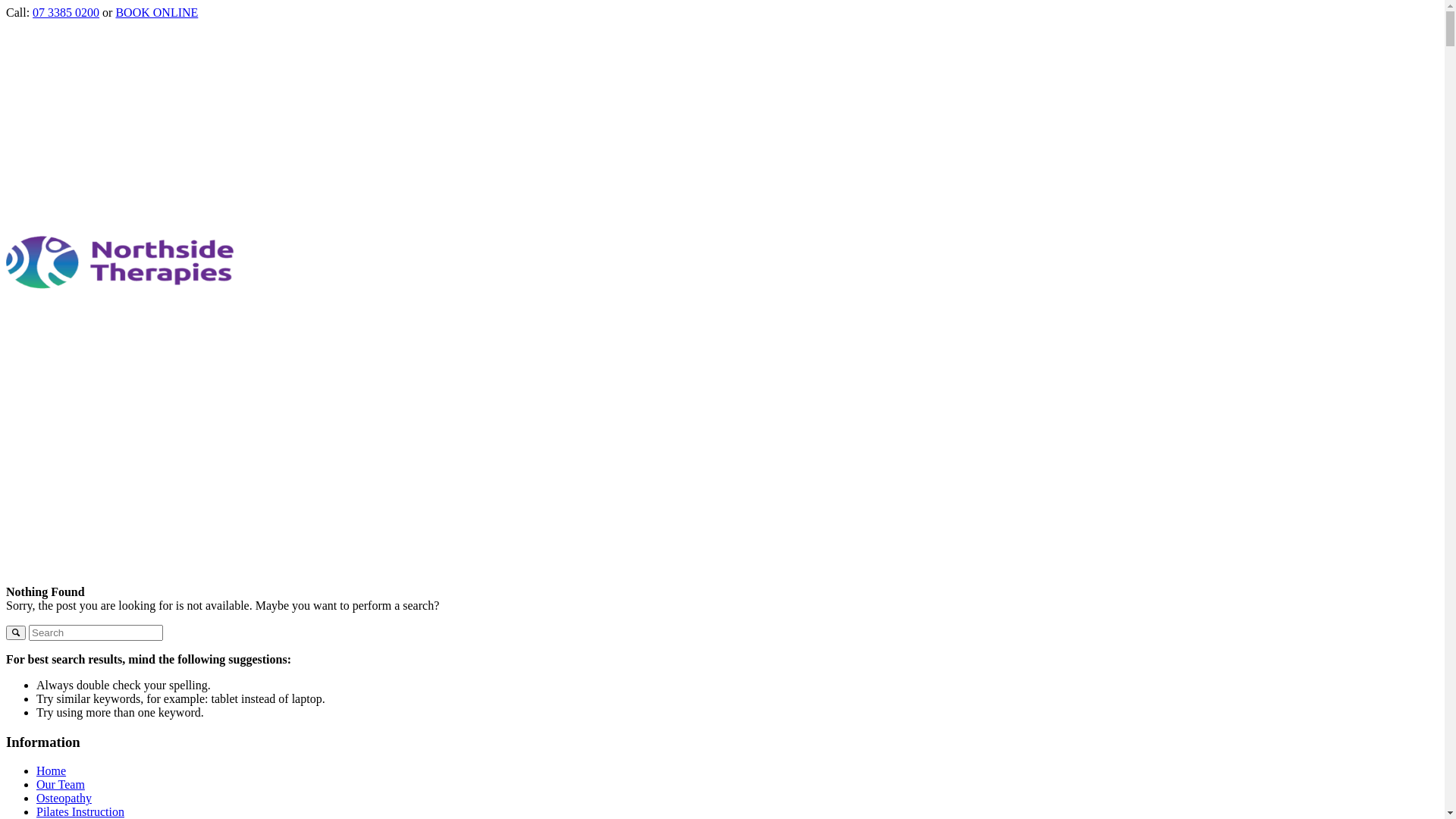 The height and width of the screenshot is (819, 1456). I want to click on '07 3385 0200', so click(33, 12).